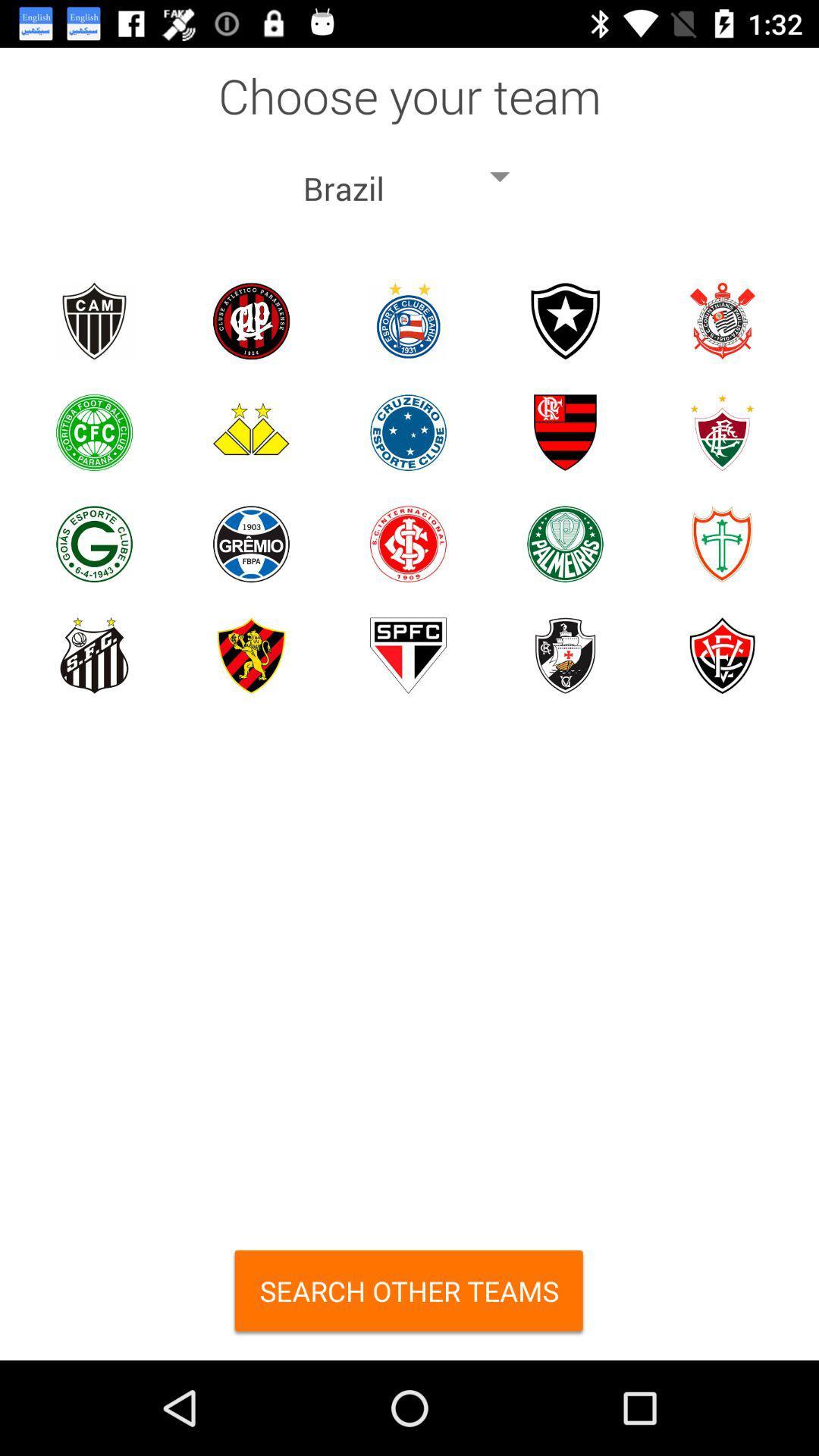 The image size is (819, 1456). I want to click on the team spfc, so click(407, 655).